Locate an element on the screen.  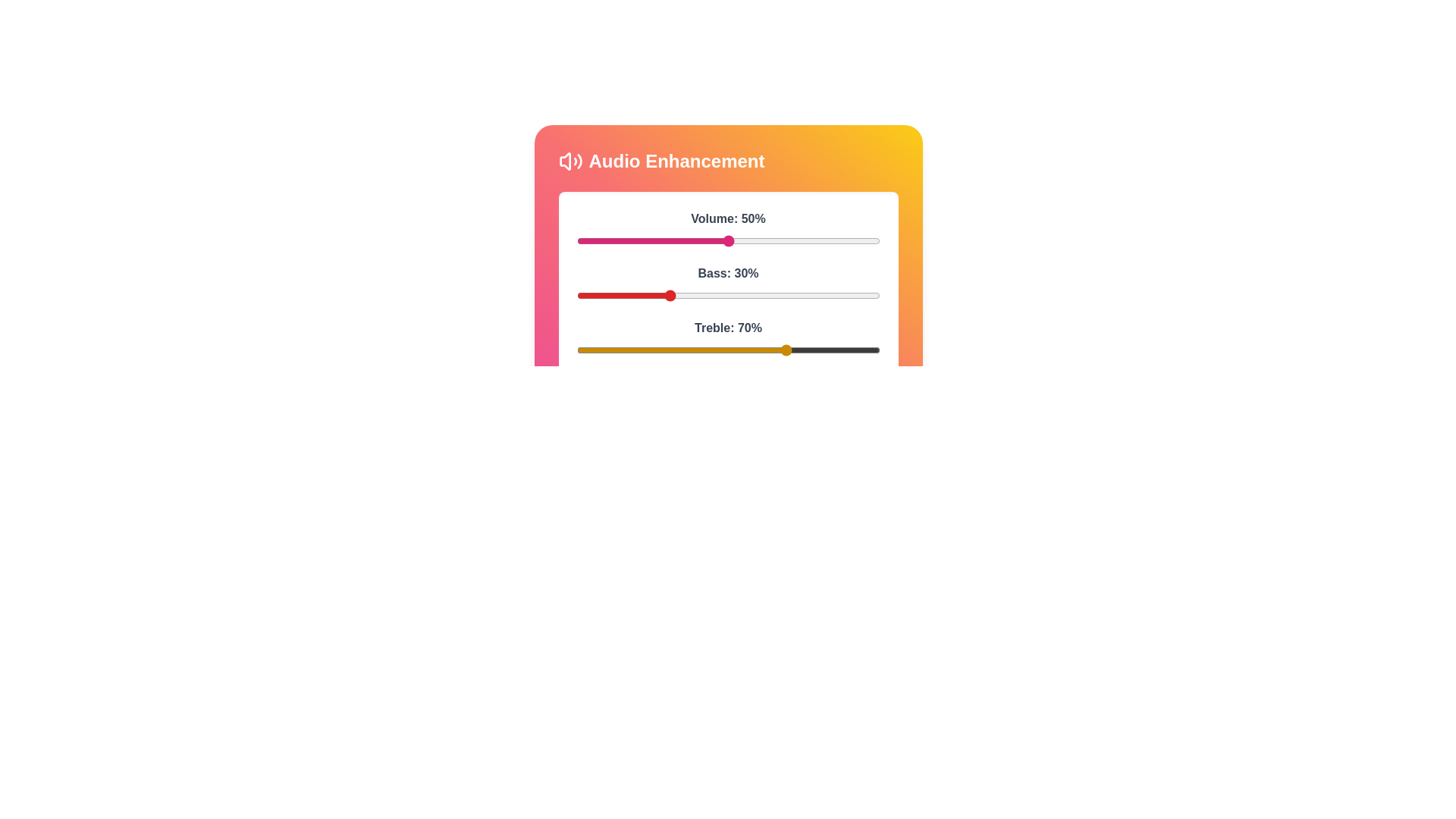
the volume is located at coordinates (603, 240).